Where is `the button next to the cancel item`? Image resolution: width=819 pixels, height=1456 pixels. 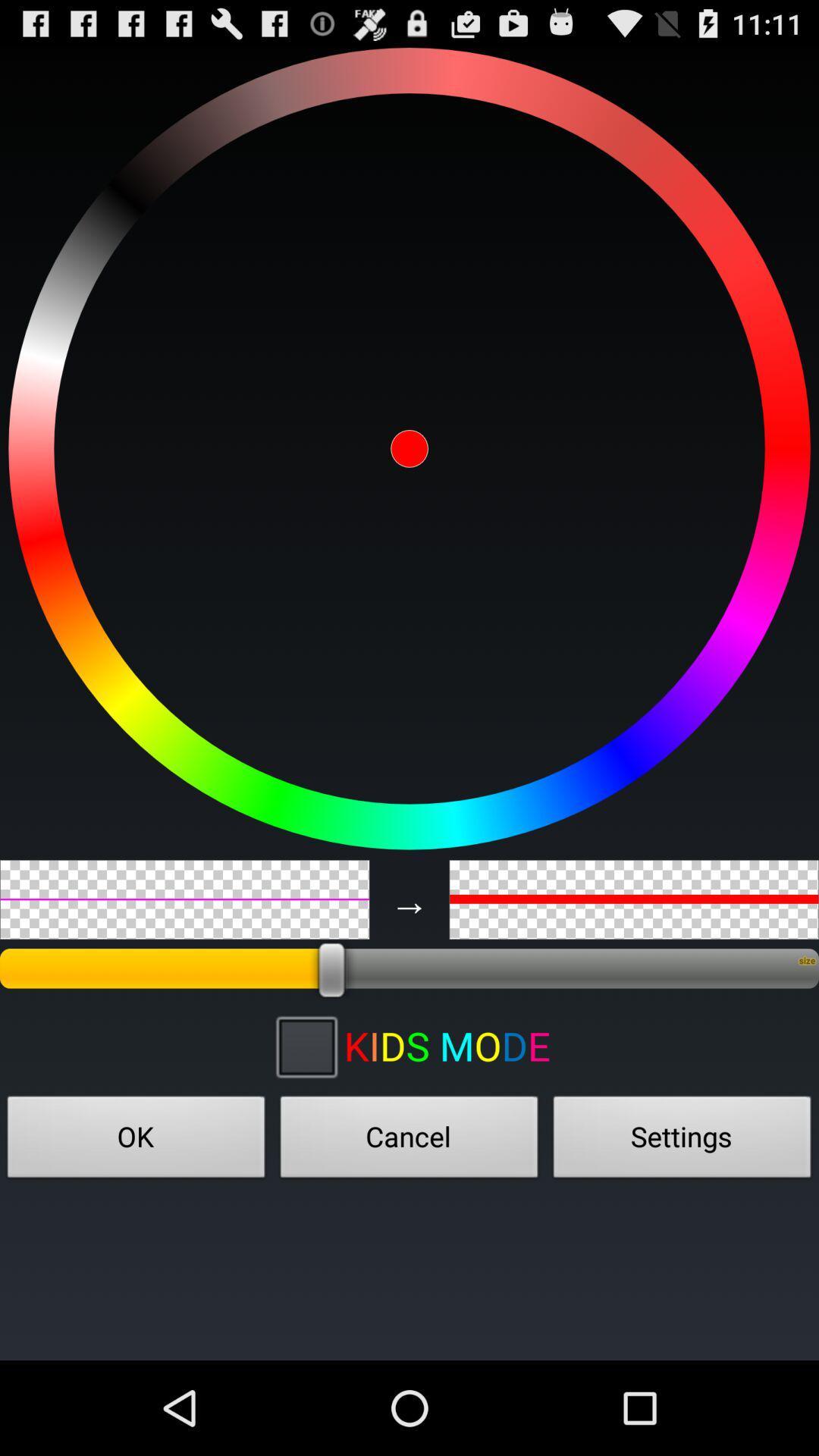
the button next to the cancel item is located at coordinates (136, 1141).